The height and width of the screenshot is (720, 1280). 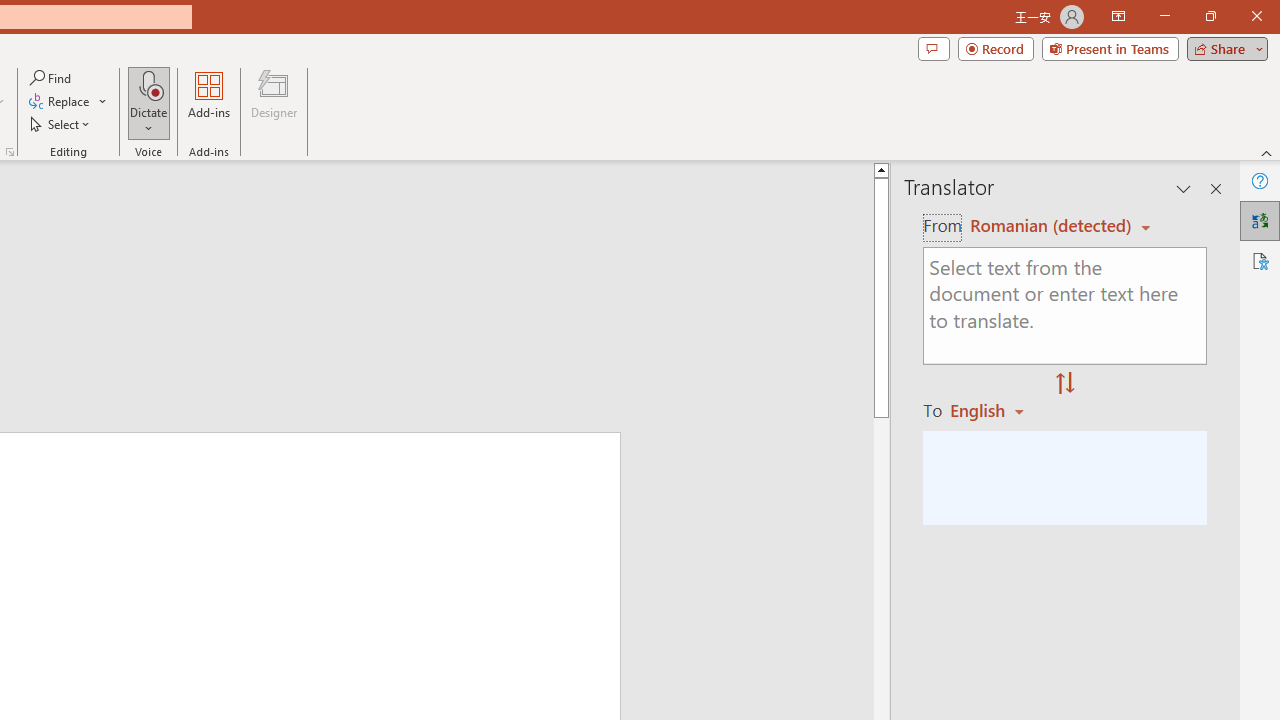 I want to click on 'Romanian', so click(x=994, y=409).